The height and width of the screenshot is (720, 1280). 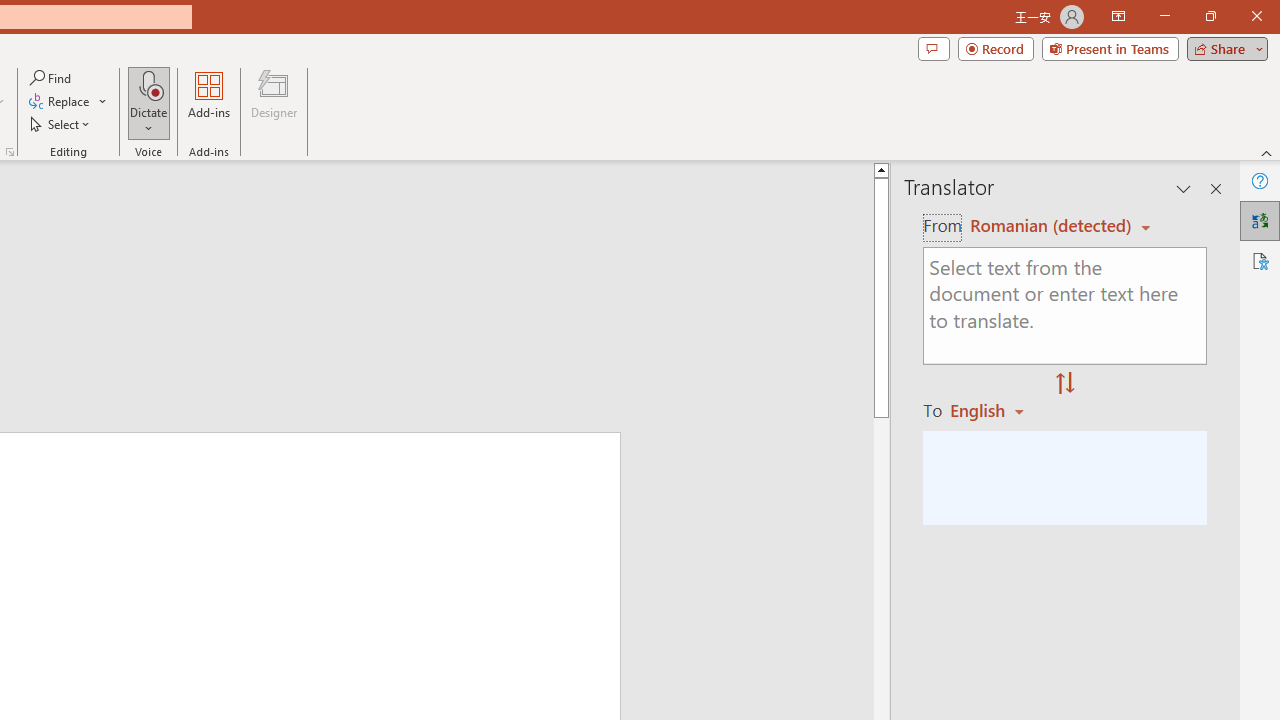 I want to click on 'Romanian', so click(x=994, y=409).